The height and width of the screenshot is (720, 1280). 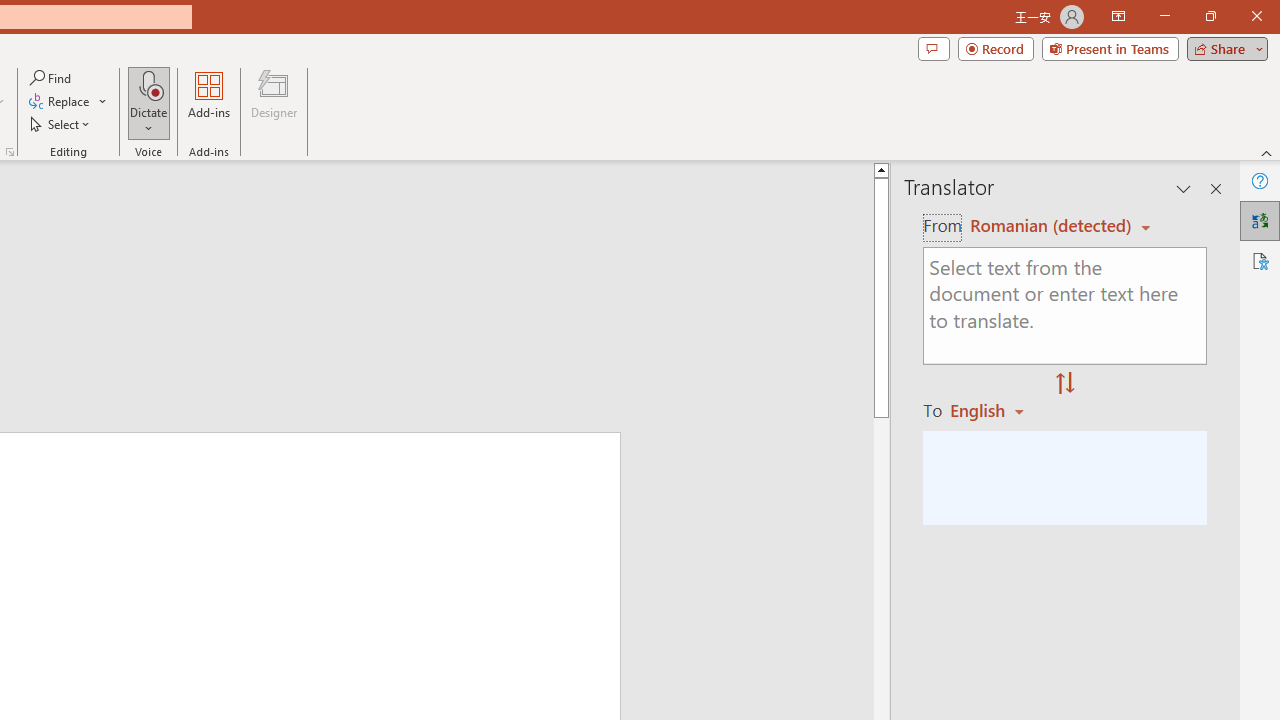 I want to click on 'Romanian', so click(x=994, y=409).